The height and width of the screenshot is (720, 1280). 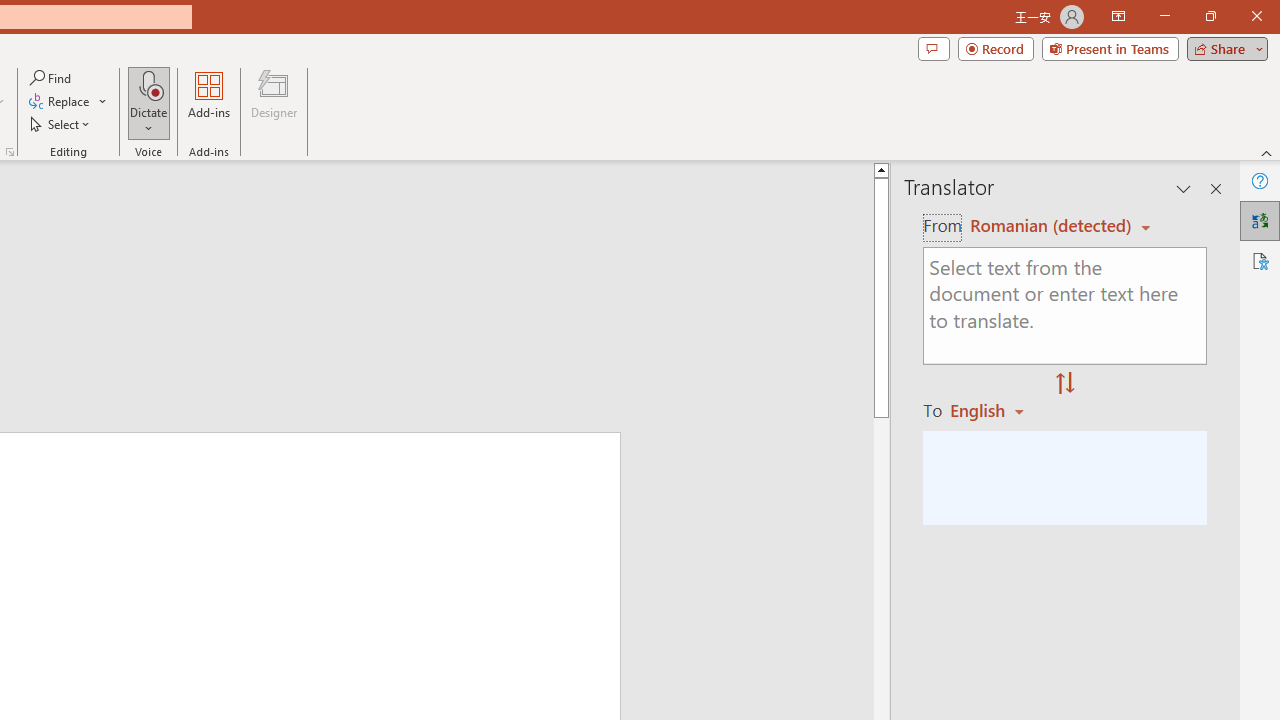 I want to click on 'Romanian', so click(x=994, y=409).